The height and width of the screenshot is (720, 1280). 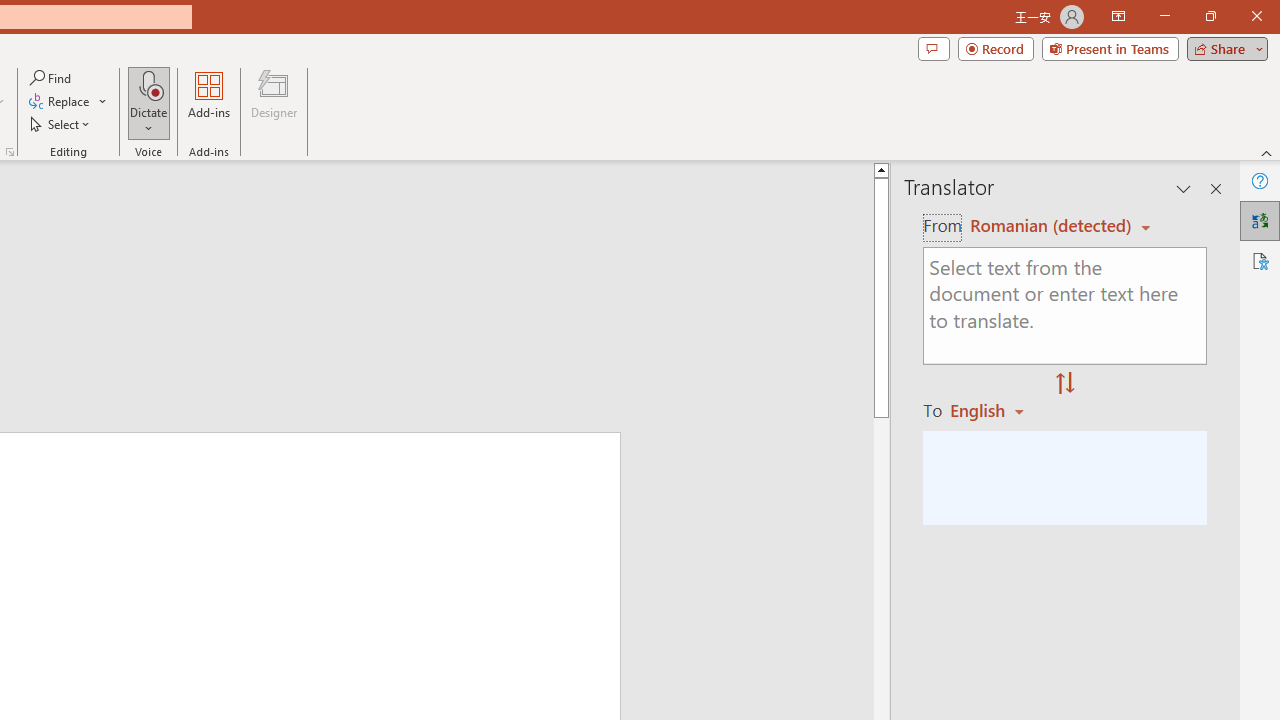 I want to click on 'Romanian', so click(x=994, y=409).